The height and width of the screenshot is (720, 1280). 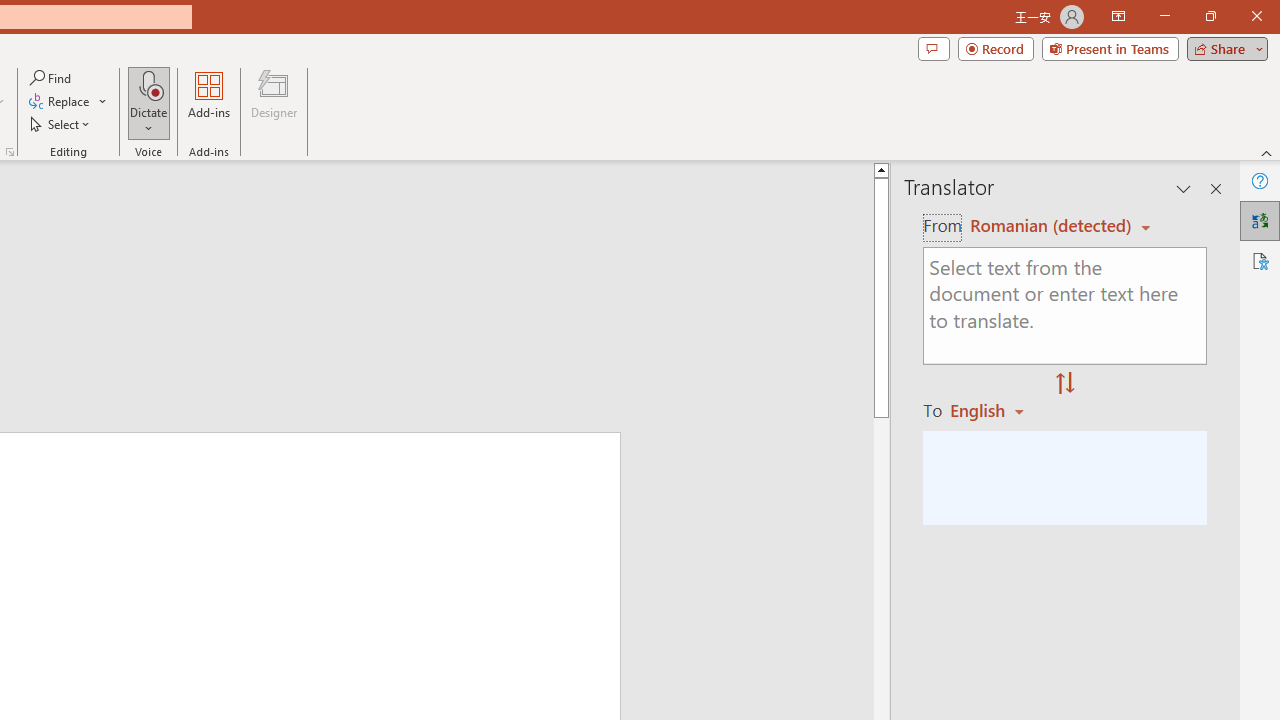 I want to click on 'Romanian', so click(x=994, y=409).